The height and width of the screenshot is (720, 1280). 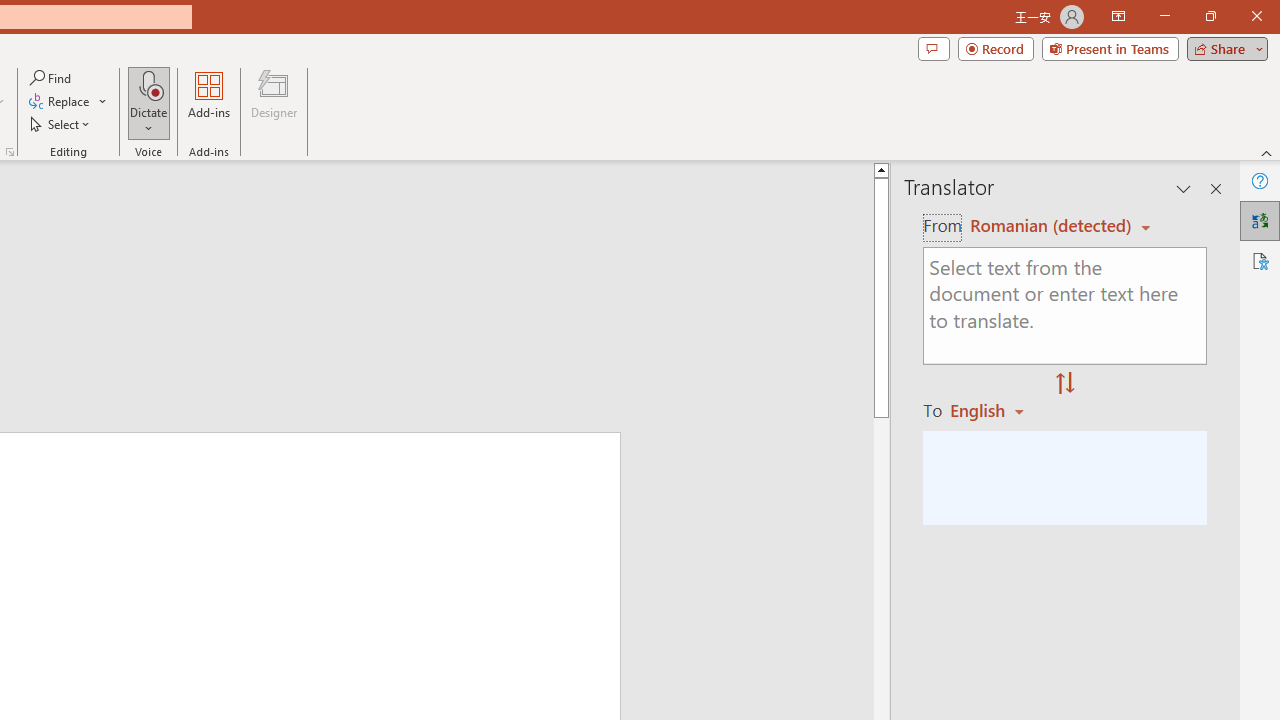 I want to click on 'Romanian', so click(x=994, y=409).